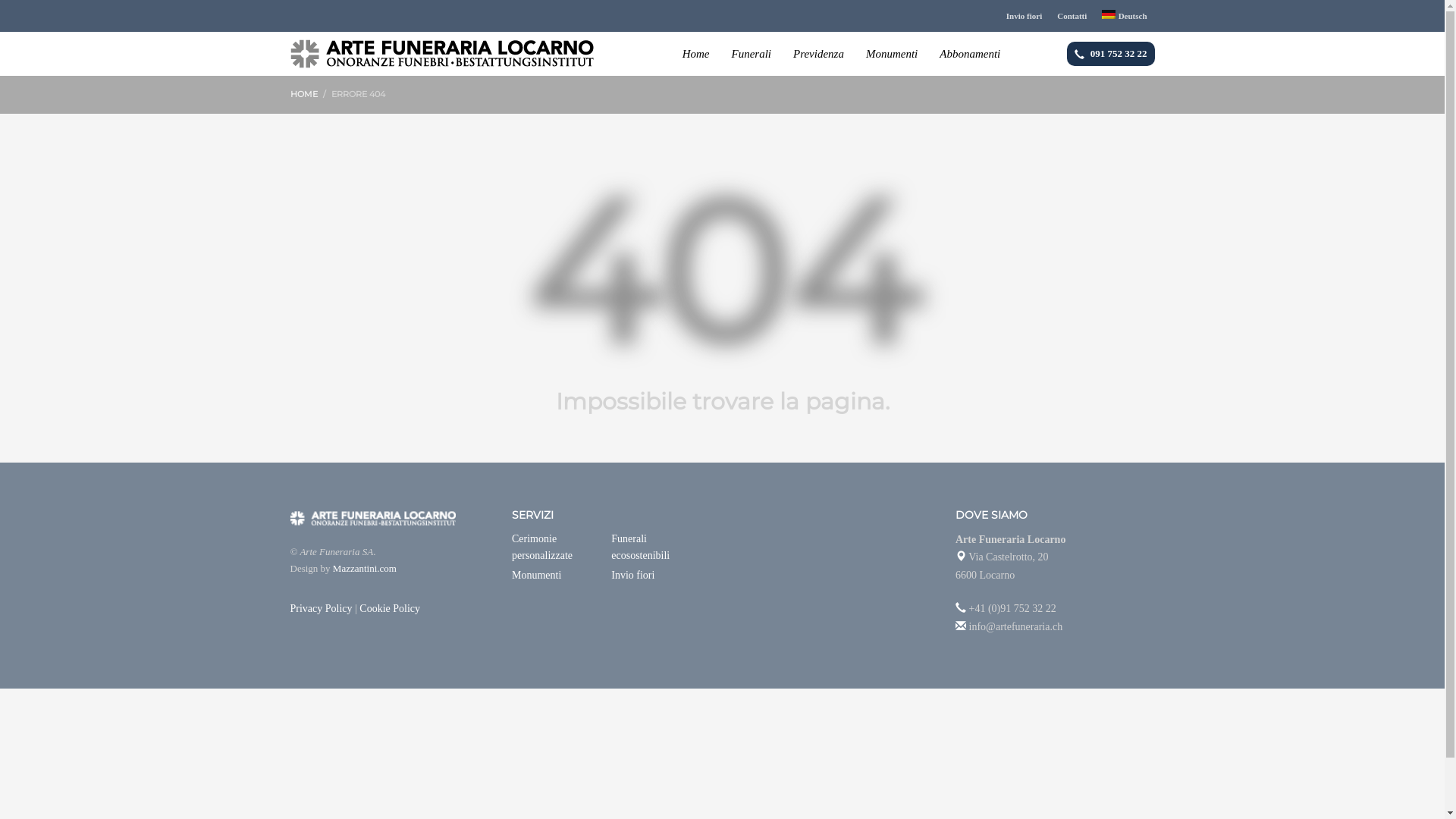  What do you see at coordinates (611, 548) in the screenshot?
I see `'Funerali ecosostenibili'` at bounding box center [611, 548].